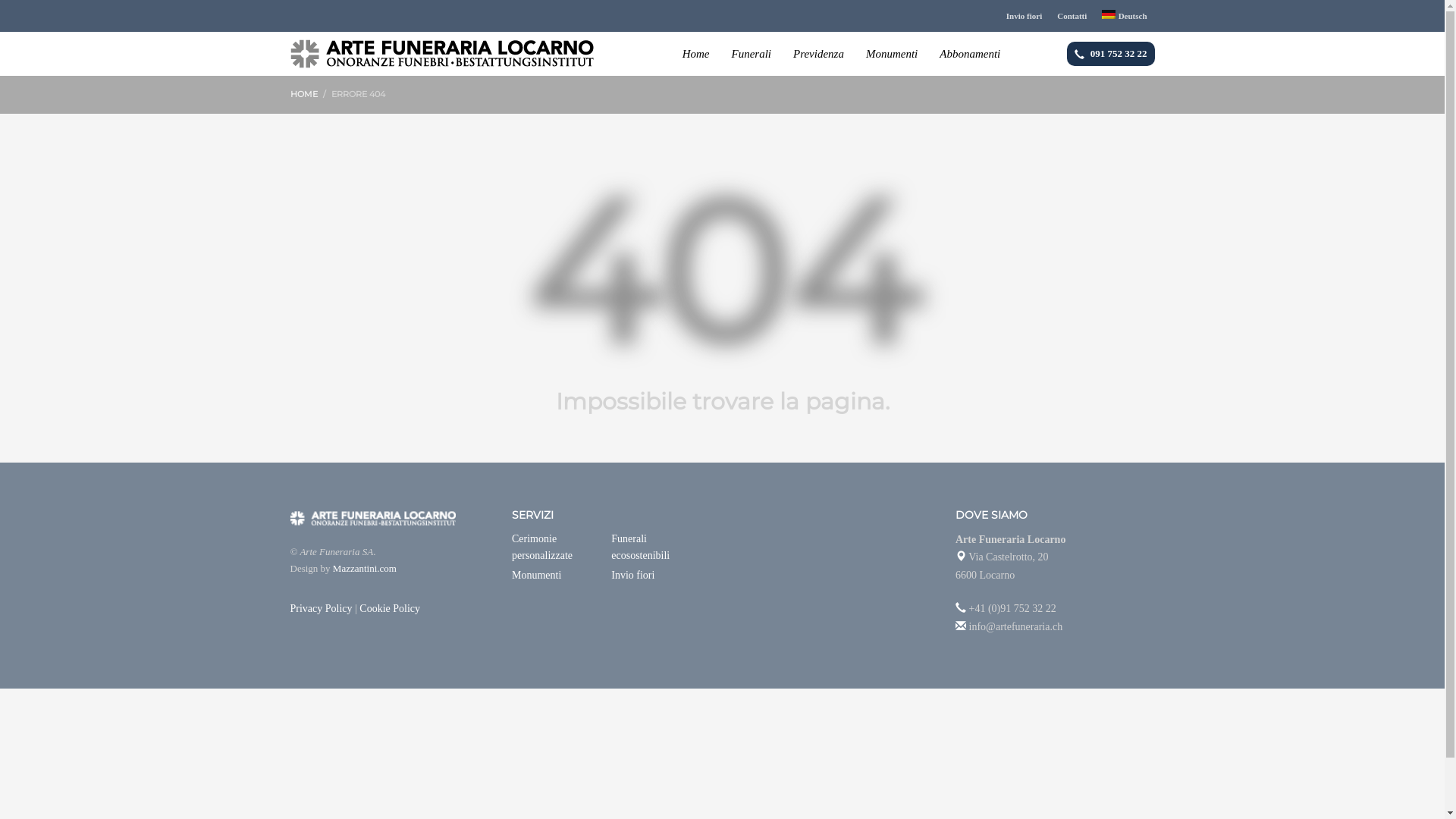  What do you see at coordinates (611, 548) in the screenshot?
I see `'Funerali ecosostenibili'` at bounding box center [611, 548].